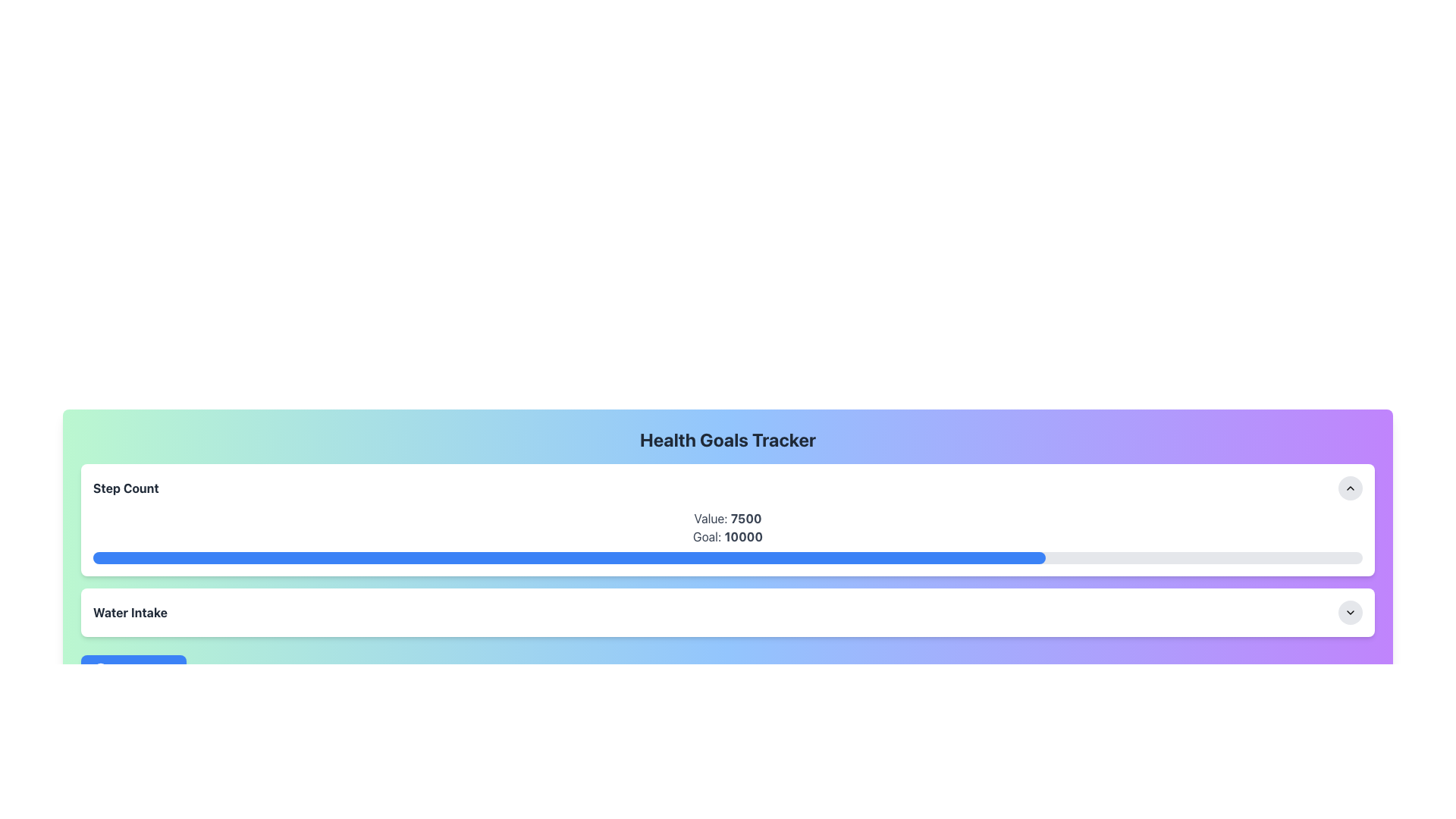  Describe the element at coordinates (1350, 611) in the screenshot. I see `the button located in the top-right corner of the 'Water Intake' section` at that location.